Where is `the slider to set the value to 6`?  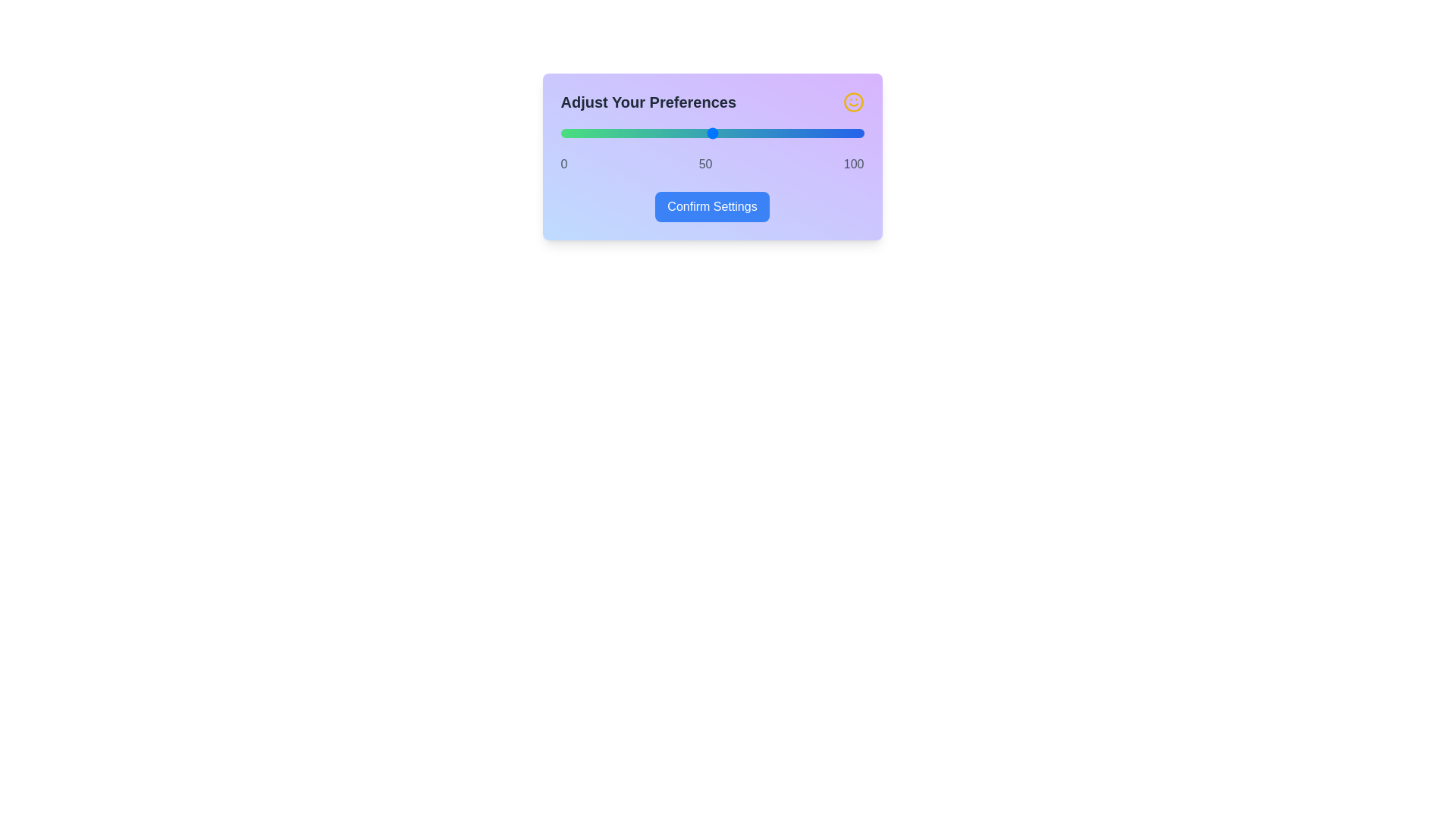
the slider to set the value to 6 is located at coordinates (578, 133).